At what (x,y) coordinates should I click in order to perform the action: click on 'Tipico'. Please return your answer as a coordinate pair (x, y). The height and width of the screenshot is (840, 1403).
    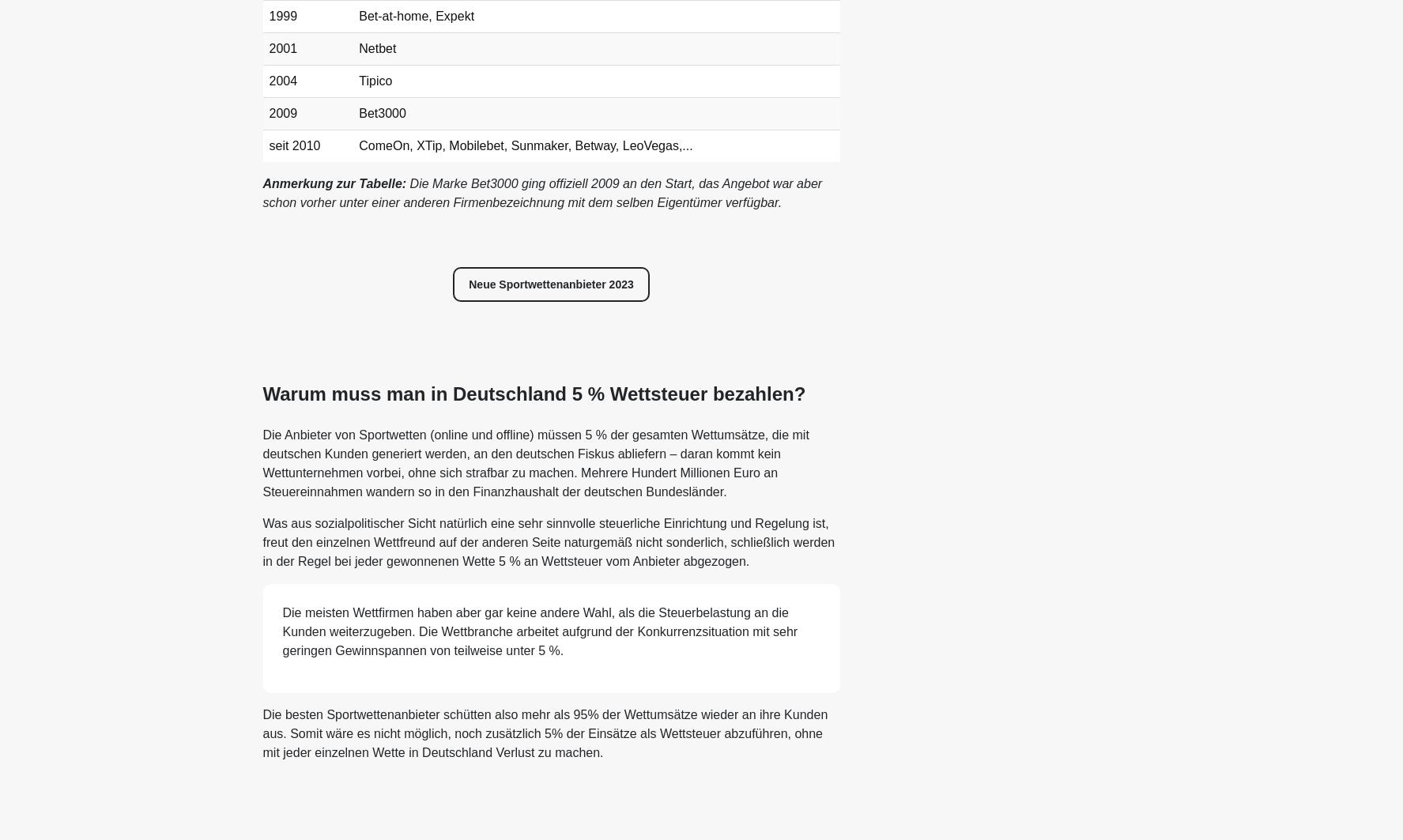
    Looking at the image, I should click on (375, 81).